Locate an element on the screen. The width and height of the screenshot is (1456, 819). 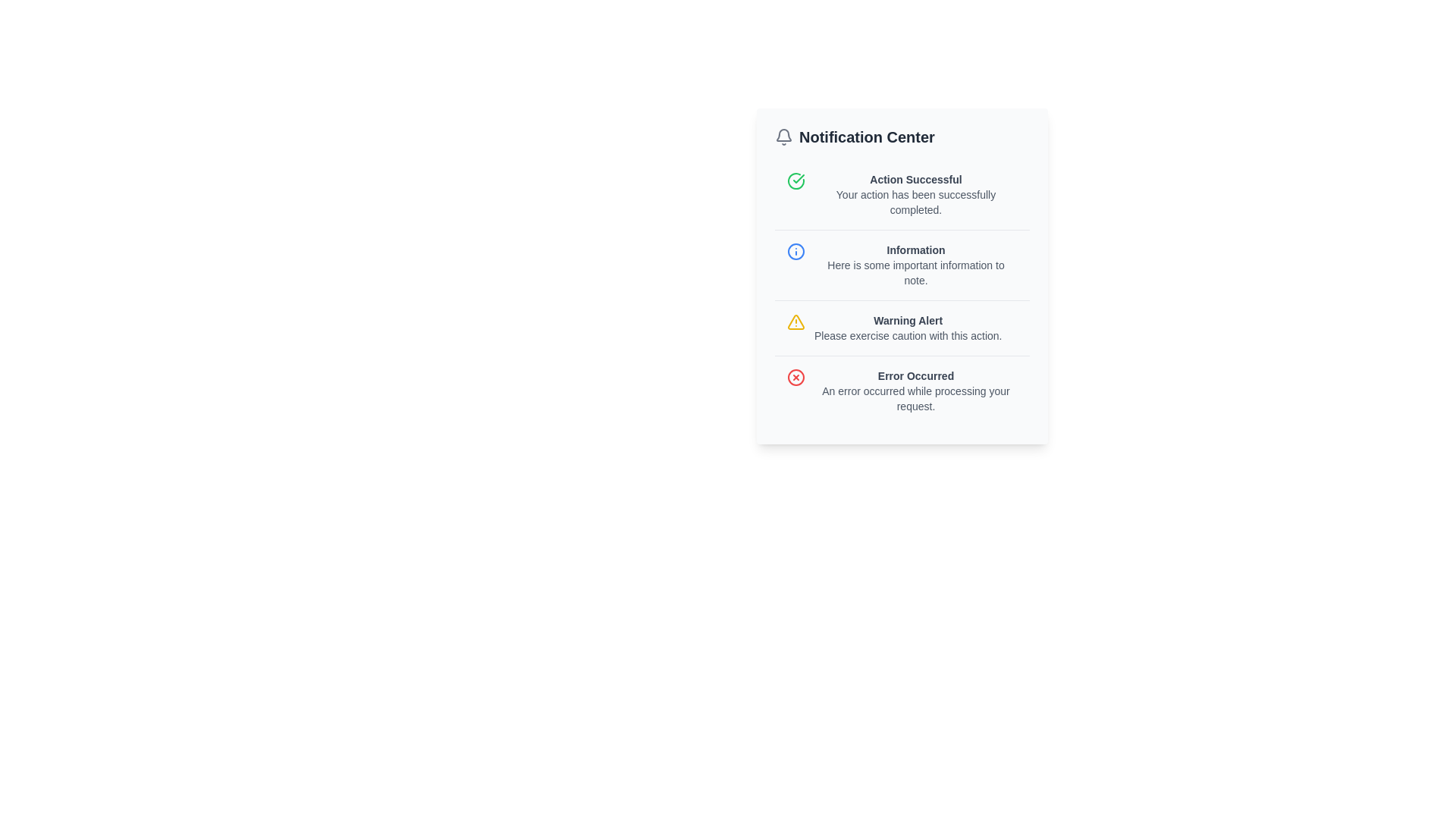
the circular element with a blue border and transparent fill, which is part of the icon next to the 'Information' message is located at coordinates (795, 250).